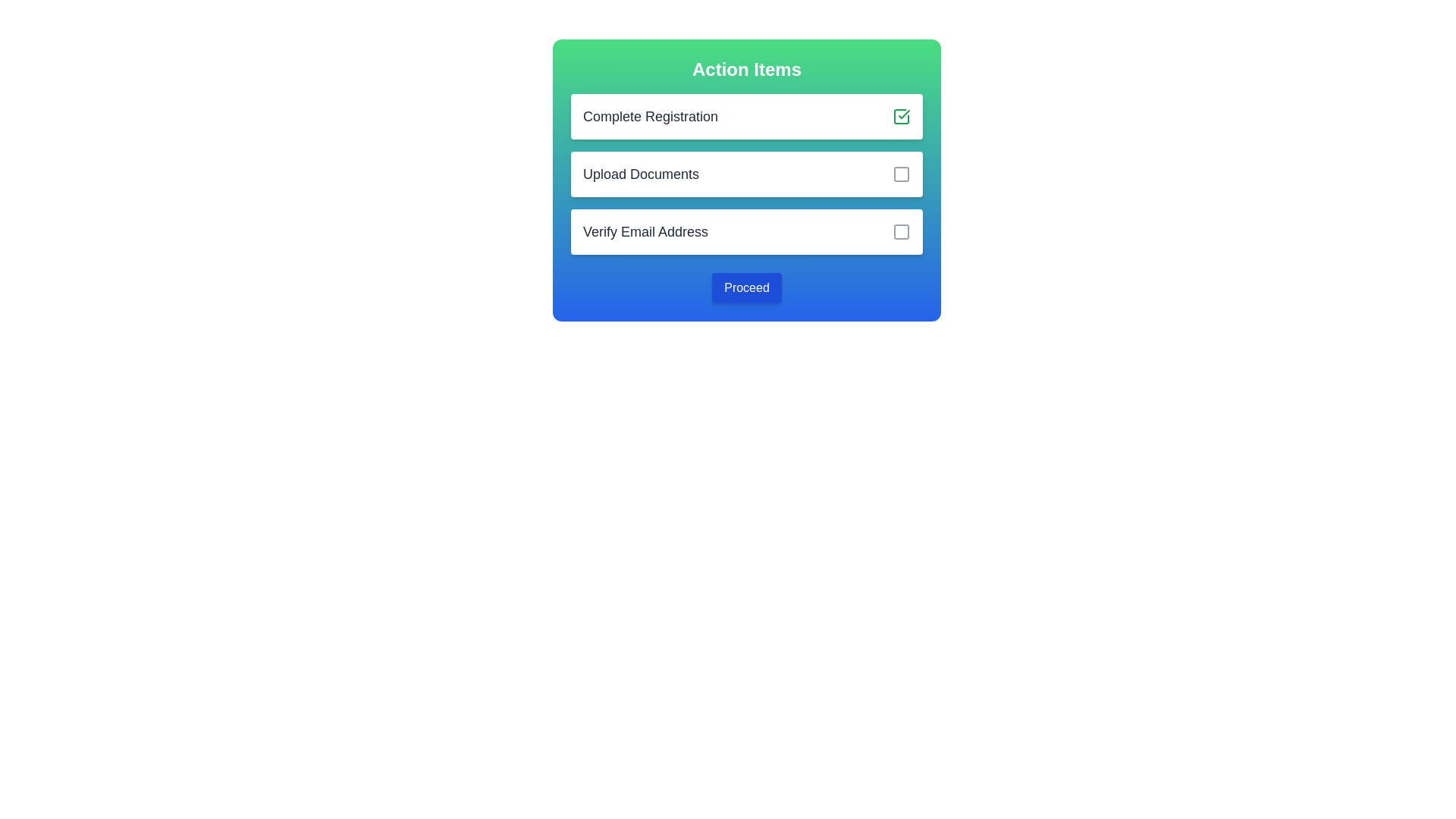 The width and height of the screenshot is (1456, 819). I want to click on the checkbox located to the right of 'Upload Documents' in the 'Action Items' card to change its state, so click(902, 174).